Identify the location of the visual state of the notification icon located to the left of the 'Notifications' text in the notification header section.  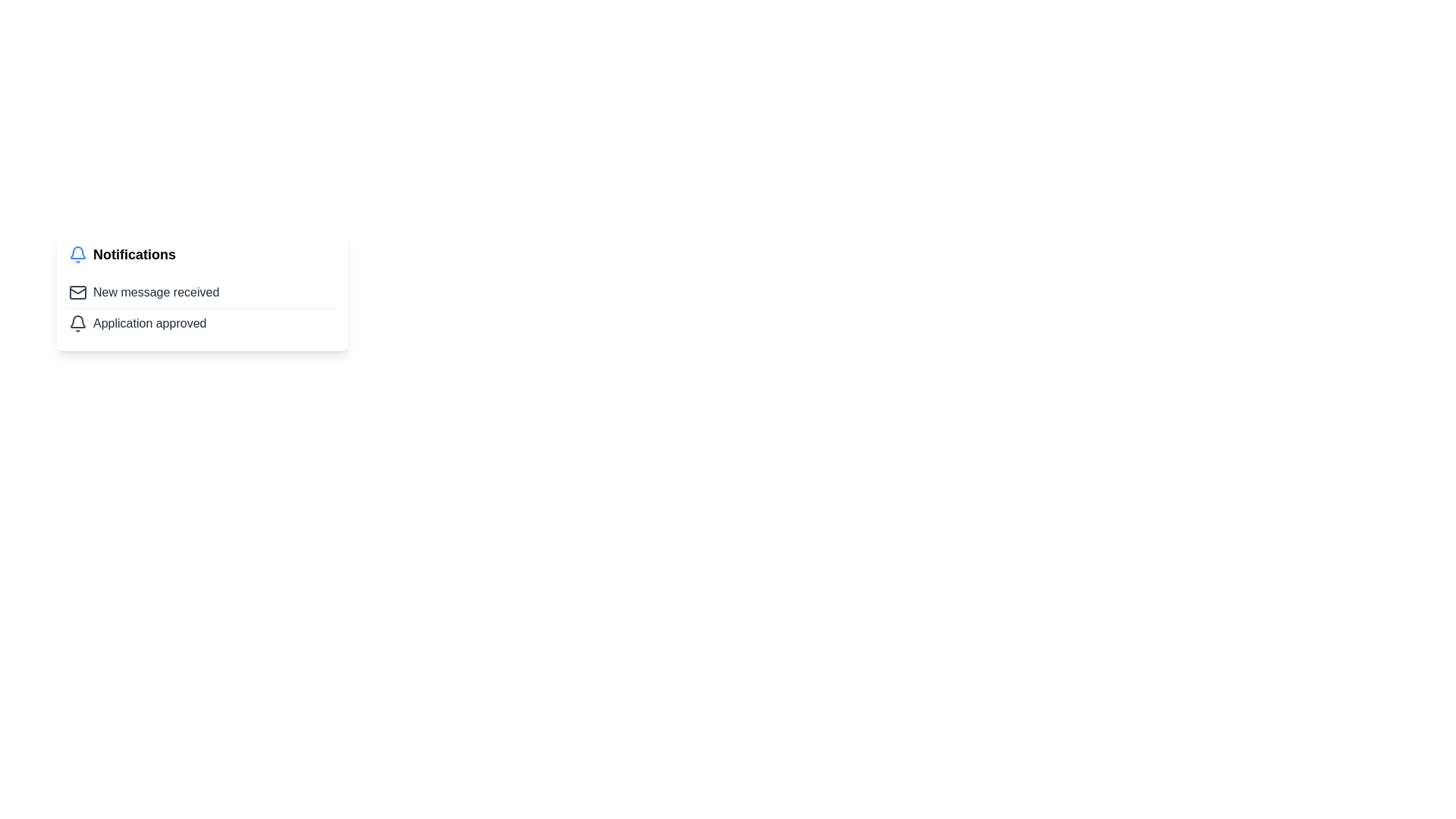
(77, 253).